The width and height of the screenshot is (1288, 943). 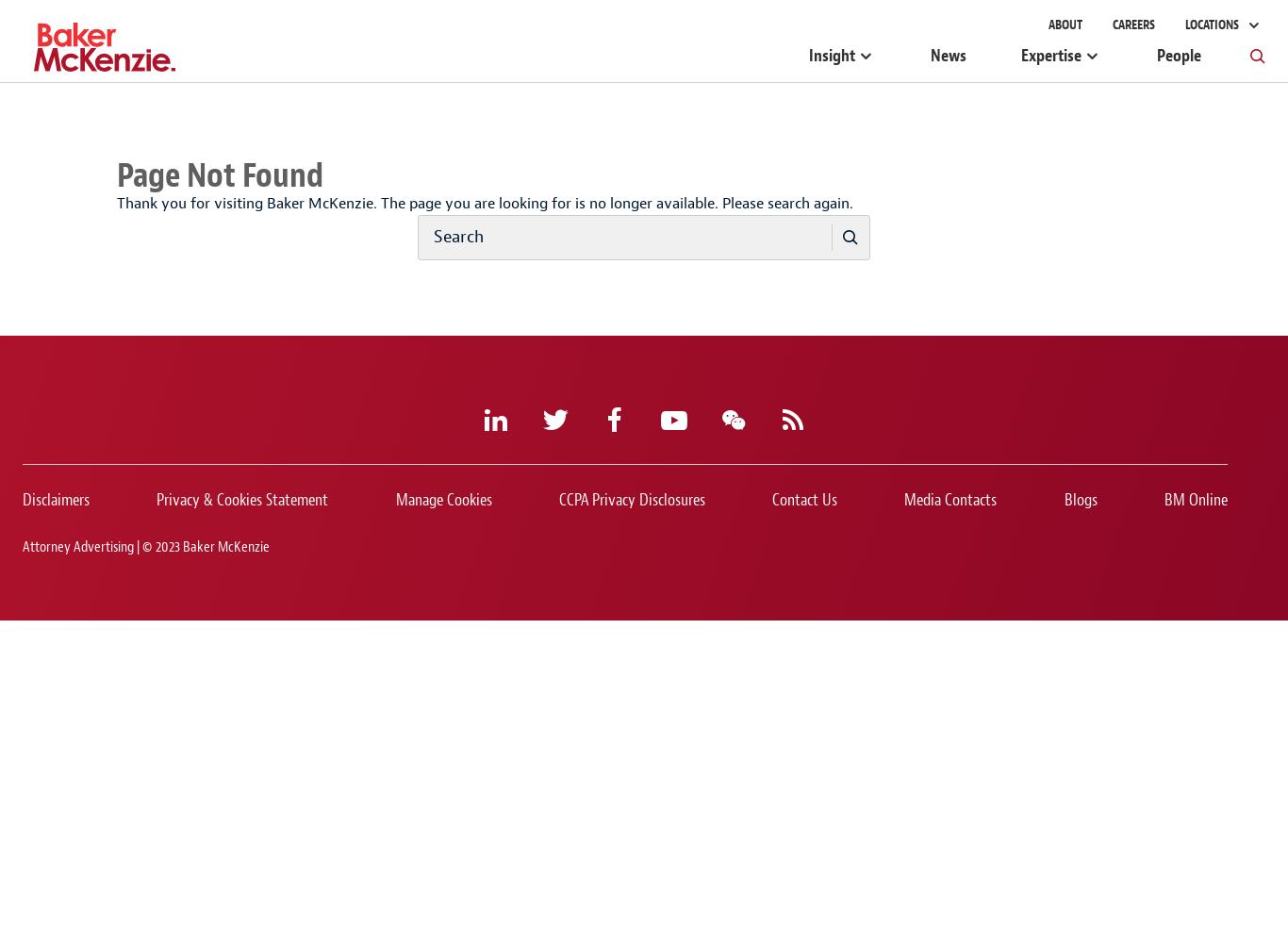 What do you see at coordinates (532, 11) in the screenshot?
I see `'Hydrogen Hub'` at bounding box center [532, 11].